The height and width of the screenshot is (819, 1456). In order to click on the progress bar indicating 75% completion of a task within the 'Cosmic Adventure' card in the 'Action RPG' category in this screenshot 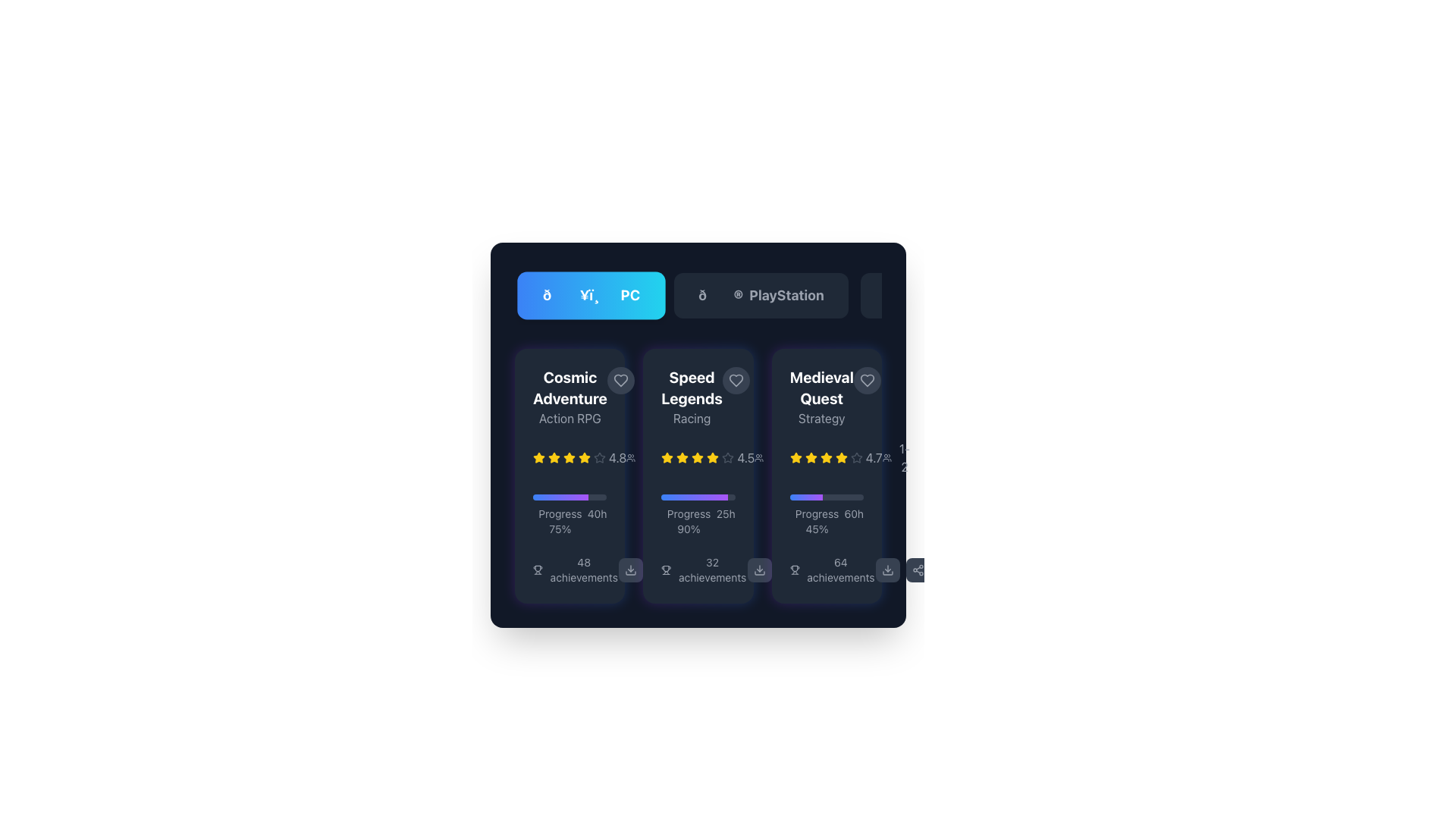, I will do `click(569, 514)`.